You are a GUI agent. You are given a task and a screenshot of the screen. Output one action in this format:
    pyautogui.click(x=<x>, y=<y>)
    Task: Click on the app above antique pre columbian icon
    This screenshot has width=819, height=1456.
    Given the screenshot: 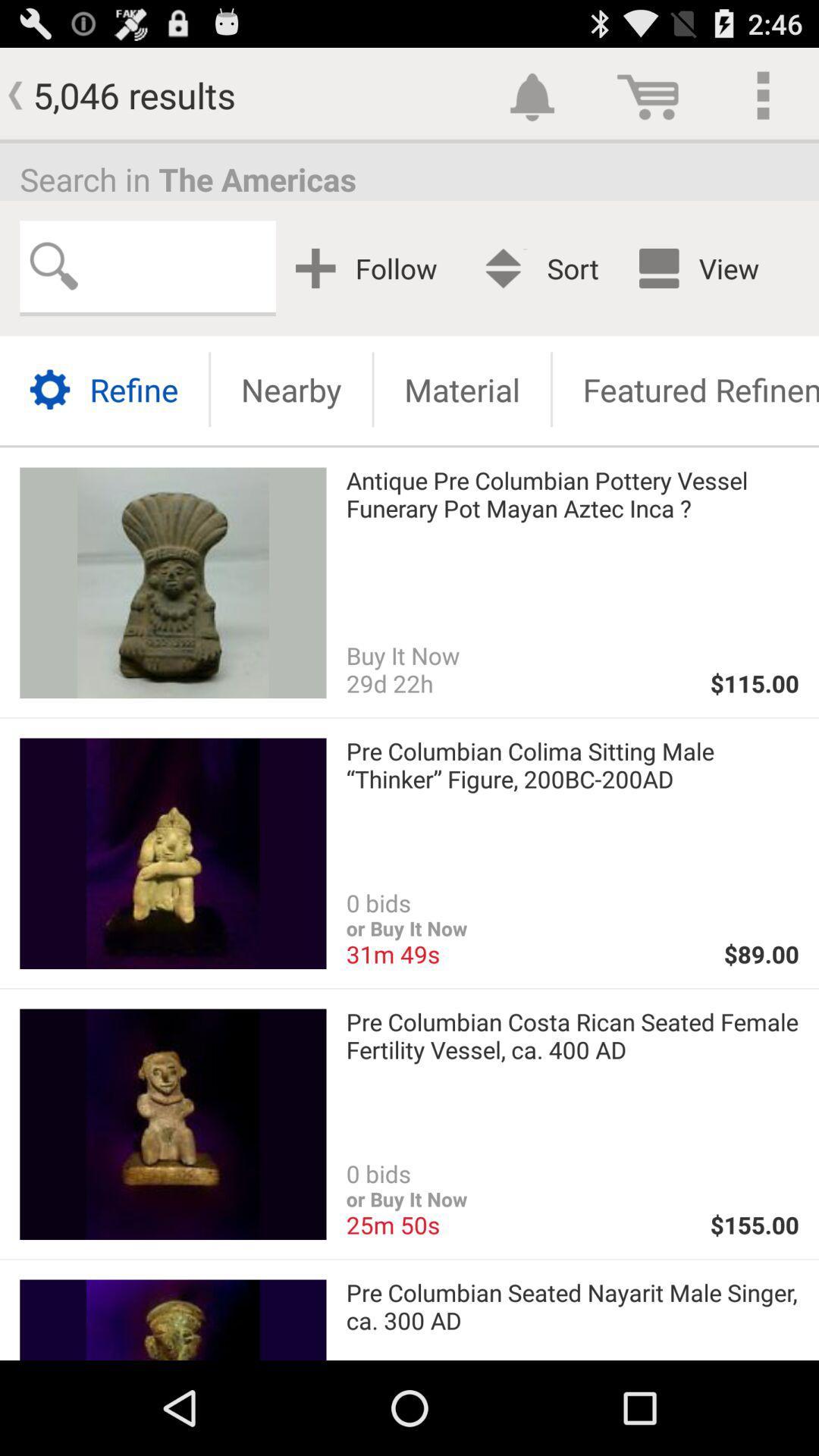 What is the action you would take?
    pyautogui.click(x=461, y=389)
    